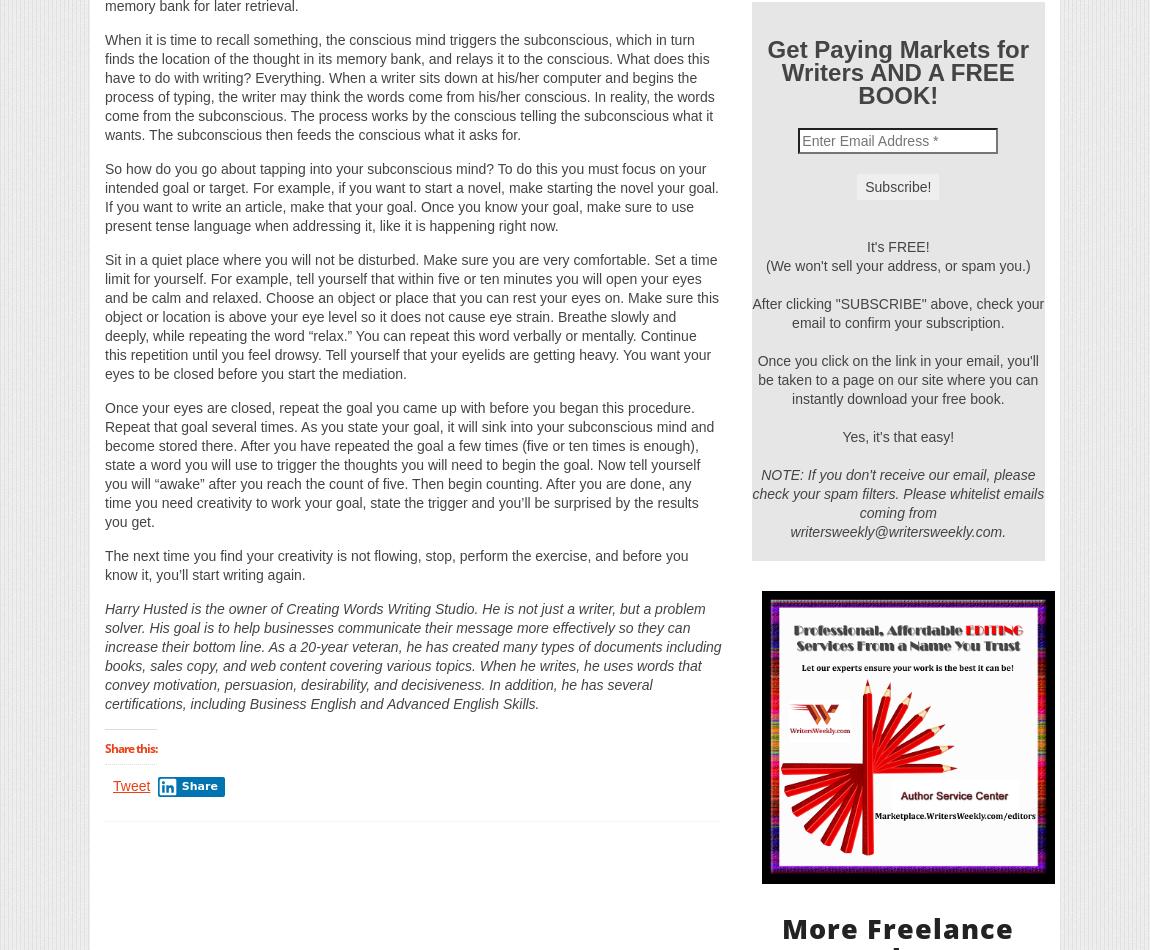  I want to click on 'Once your eyes are closed, repeat the goal you came up with before you began this procedure. Repeat that goal several times. As you state your goal, it will sink into your subconscious mind and become stored there. After you have repeated the goal a few times (five or ten times is enough), state a word you will use to trigger the thoughts you will need to begin the goal. Now tell yourself you will “awake” after you reach the count of five. Then begin counting. After you are done, any time you need creativity to work your goal, state the trigger and you’ll be surprised by the results you get.', so click(409, 462).